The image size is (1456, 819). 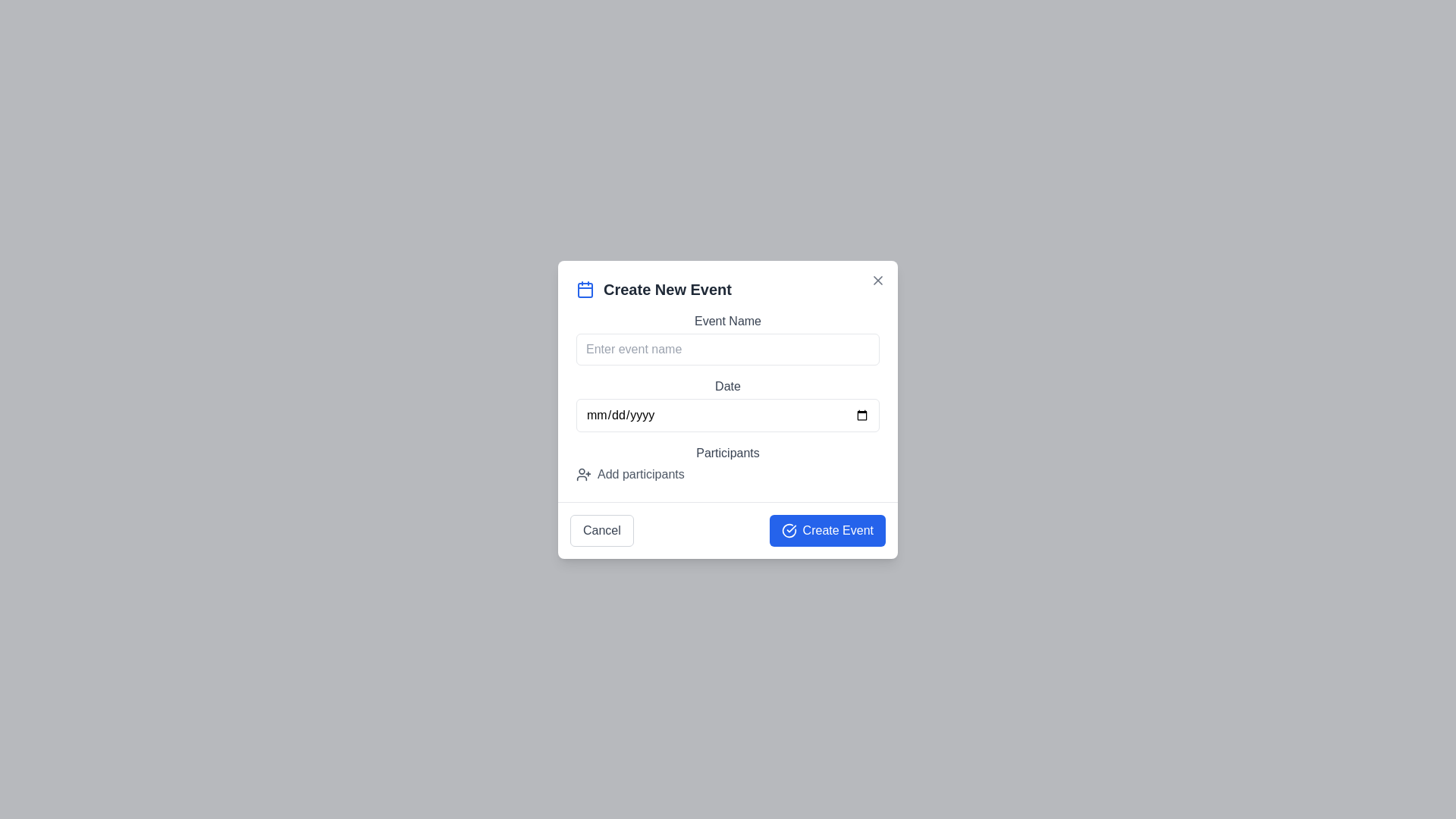 I want to click on the close button with an 'X' icon located in the top-right corner of the 'Create New Event' modal, so click(x=877, y=280).